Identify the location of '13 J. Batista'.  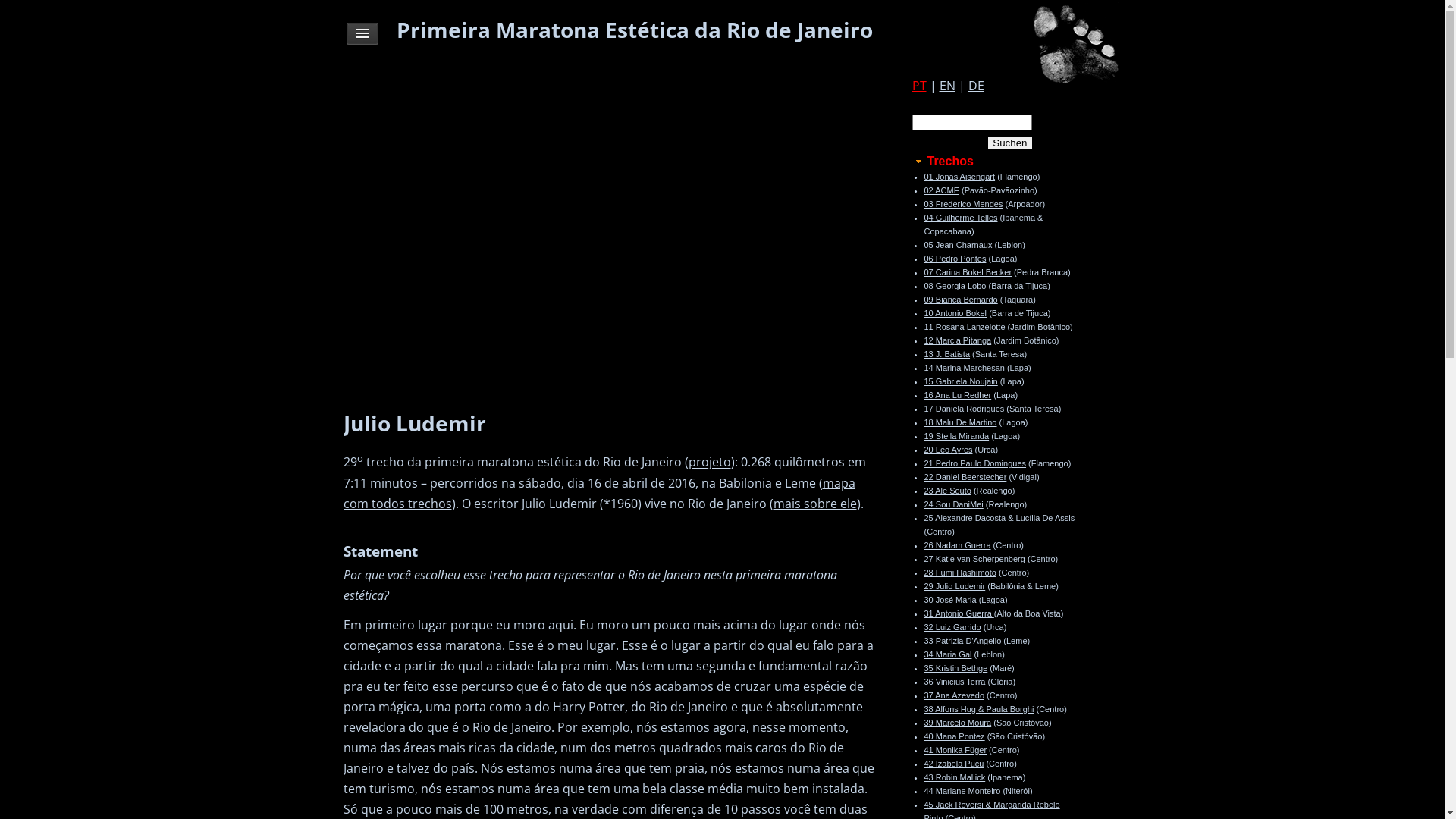
(946, 353).